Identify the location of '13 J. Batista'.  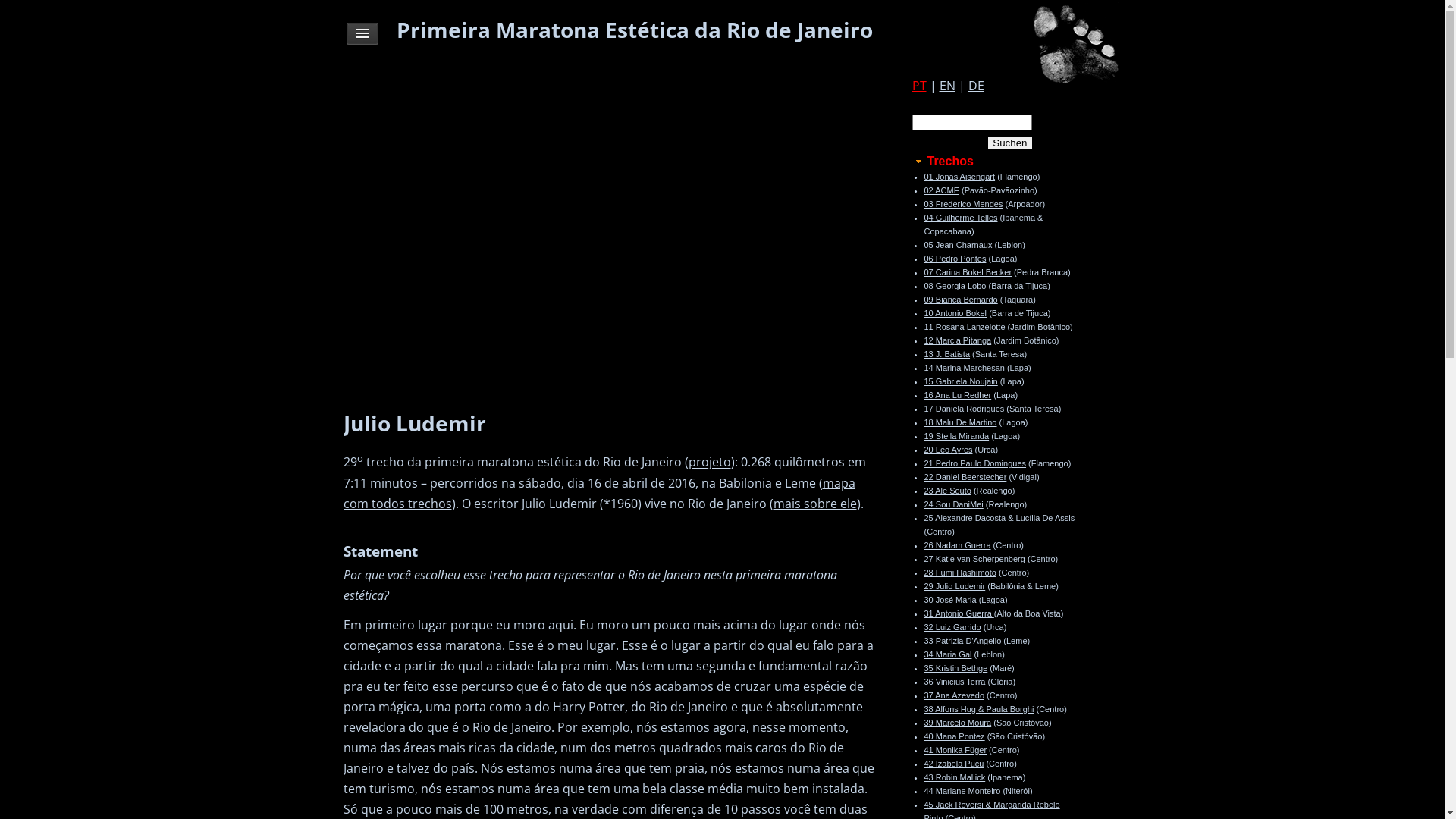
(946, 353).